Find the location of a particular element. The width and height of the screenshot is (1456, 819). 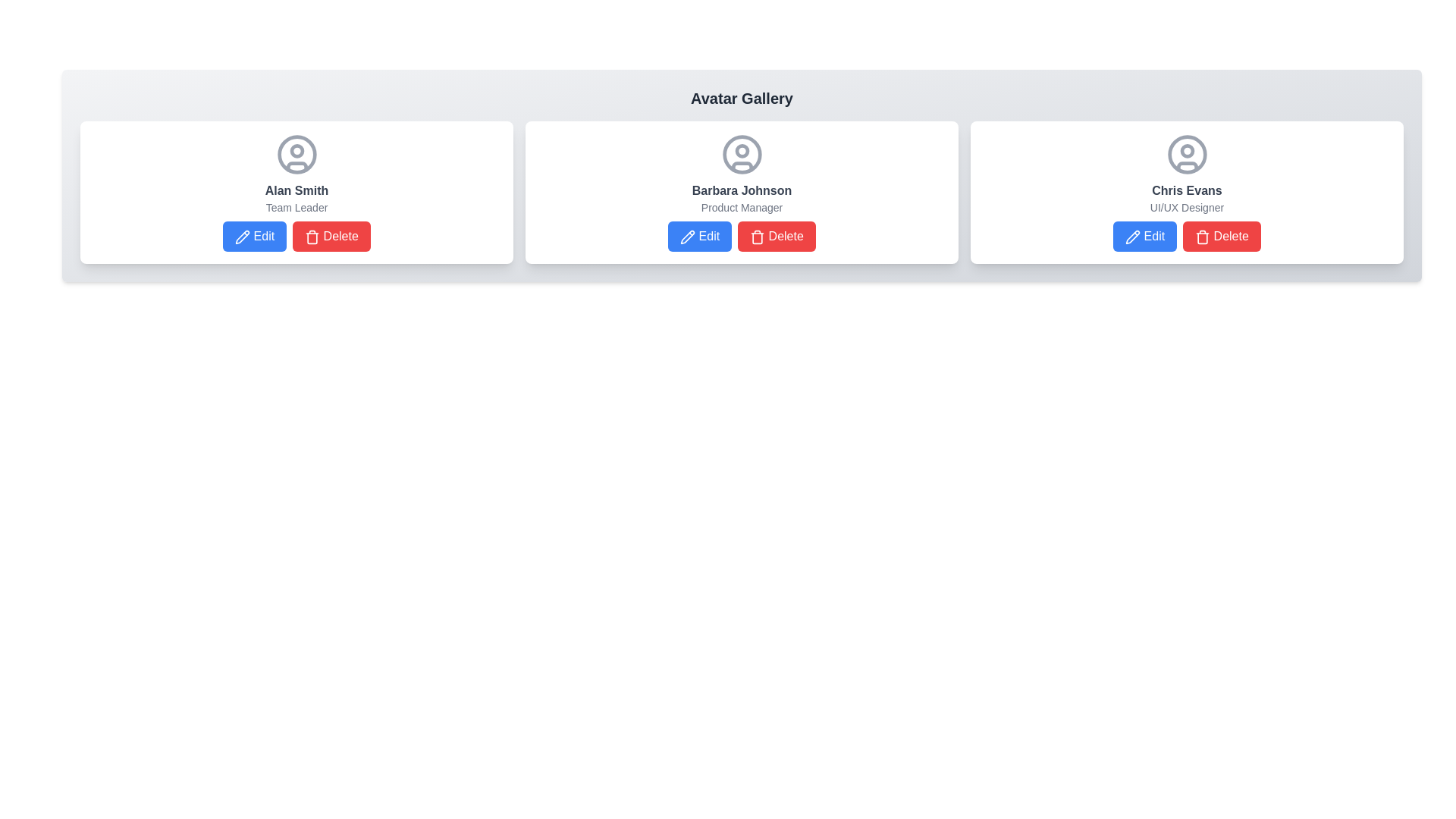

the 'Delete' button in the Button group below 'Chris Evans' and 'UI/UX Designer' is located at coordinates (1186, 237).